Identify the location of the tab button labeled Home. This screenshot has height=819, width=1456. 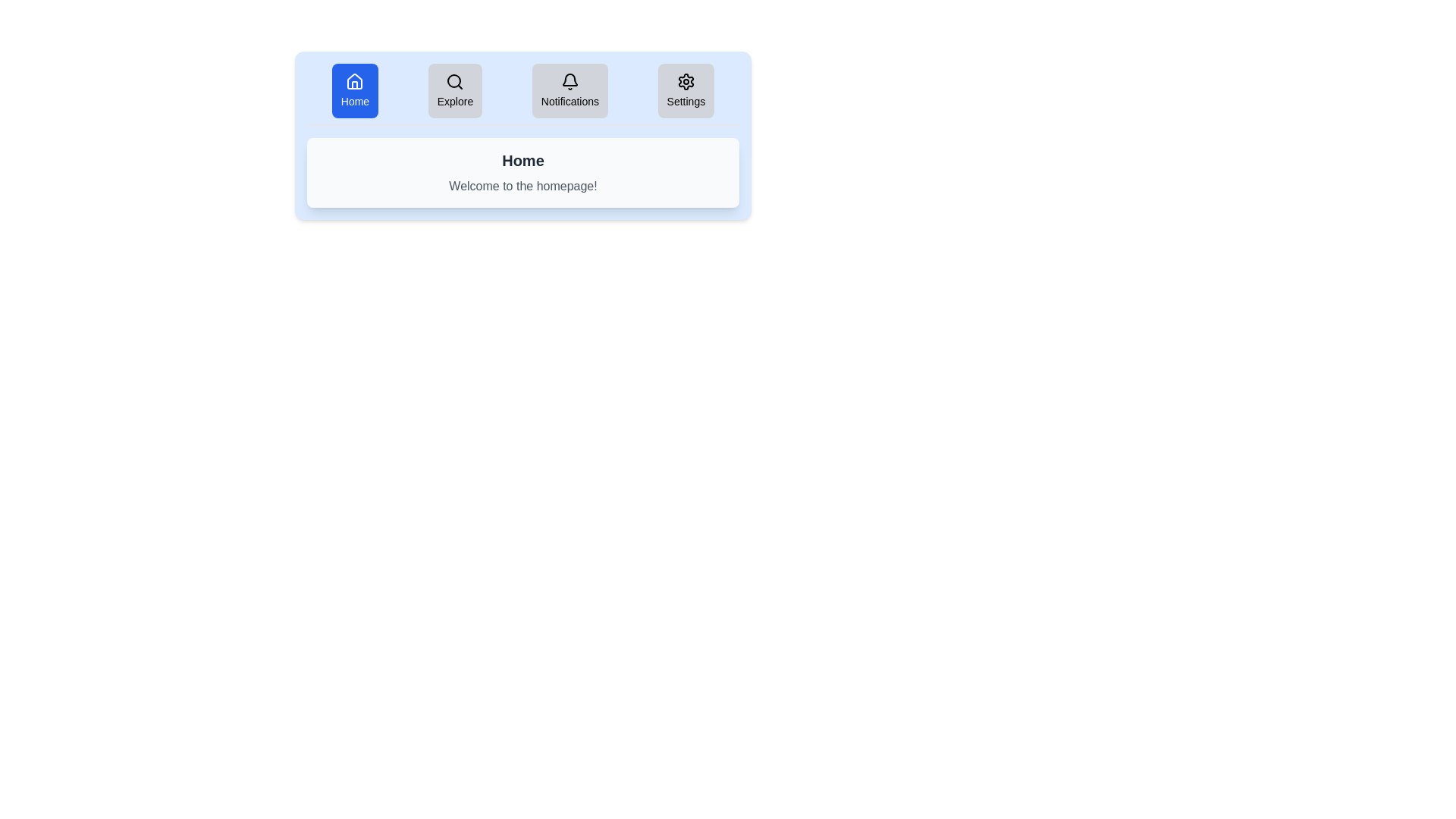
(353, 90).